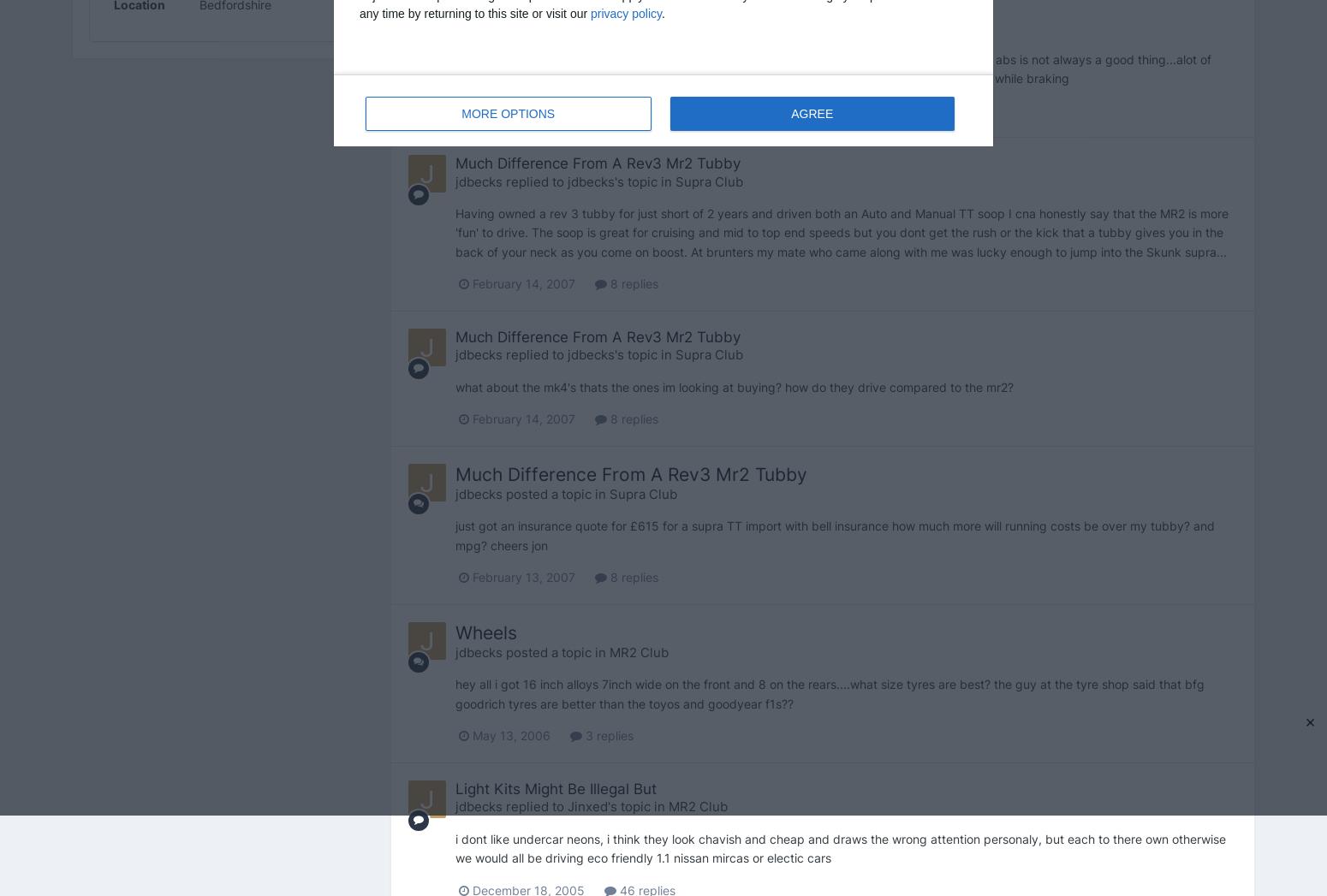 This screenshot has width=1327, height=896. What do you see at coordinates (586, 806) in the screenshot?
I see `'Jinxed'` at bounding box center [586, 806].